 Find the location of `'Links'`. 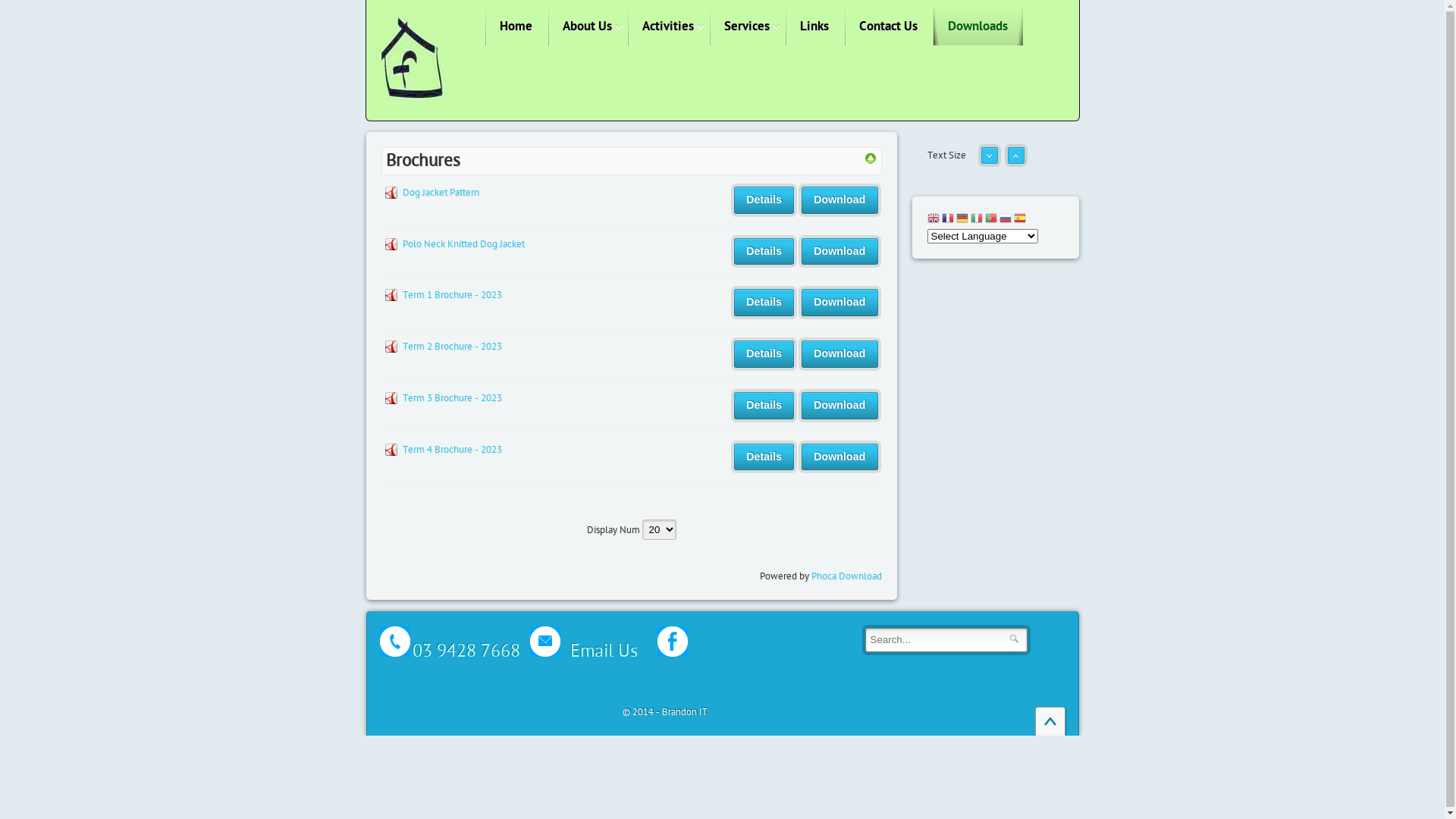

'Links' is located at coordinates (785, 26).